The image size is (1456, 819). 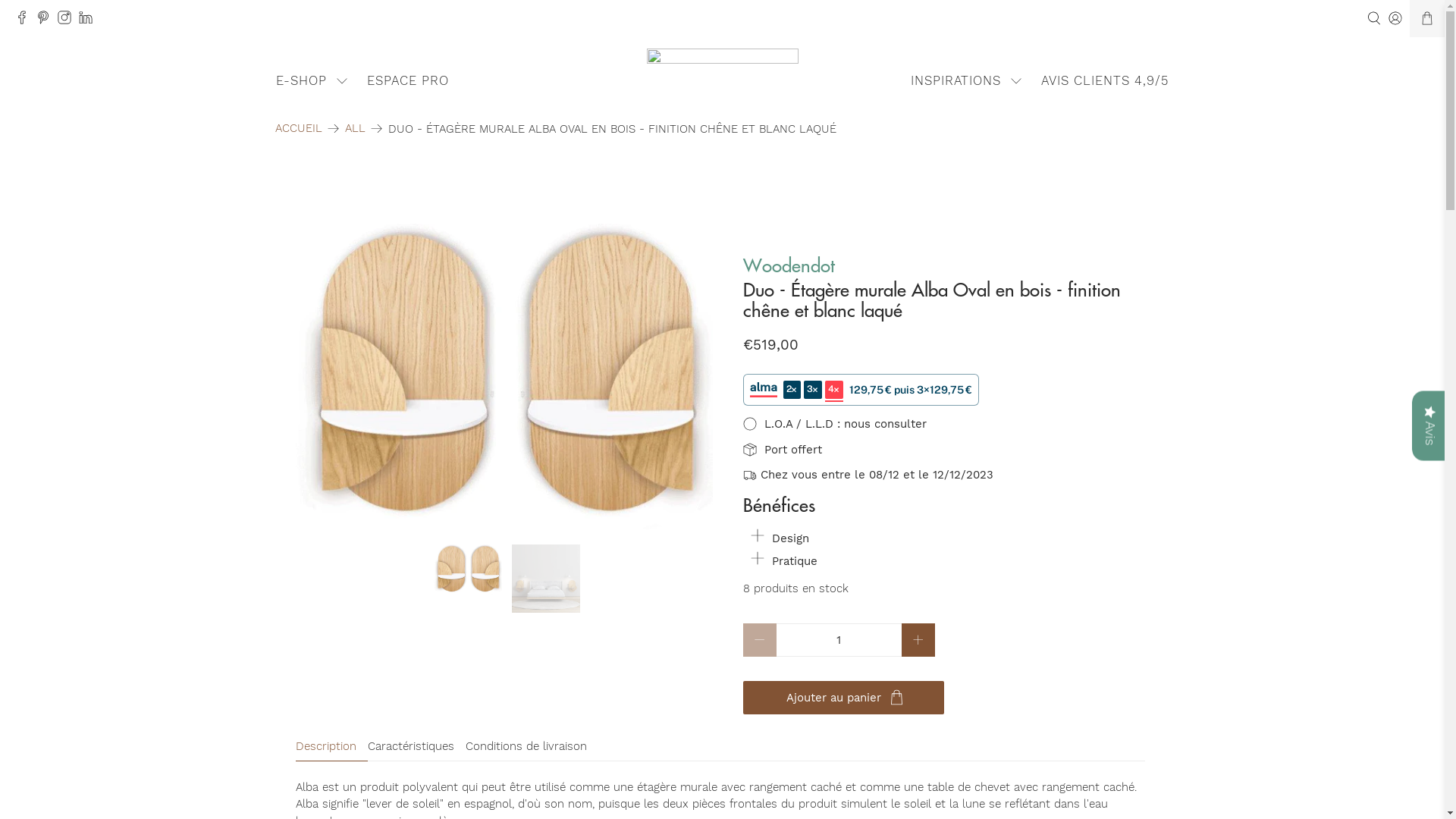 I want to click on 'INSPIRATIONS', so click(x=902, y=80).